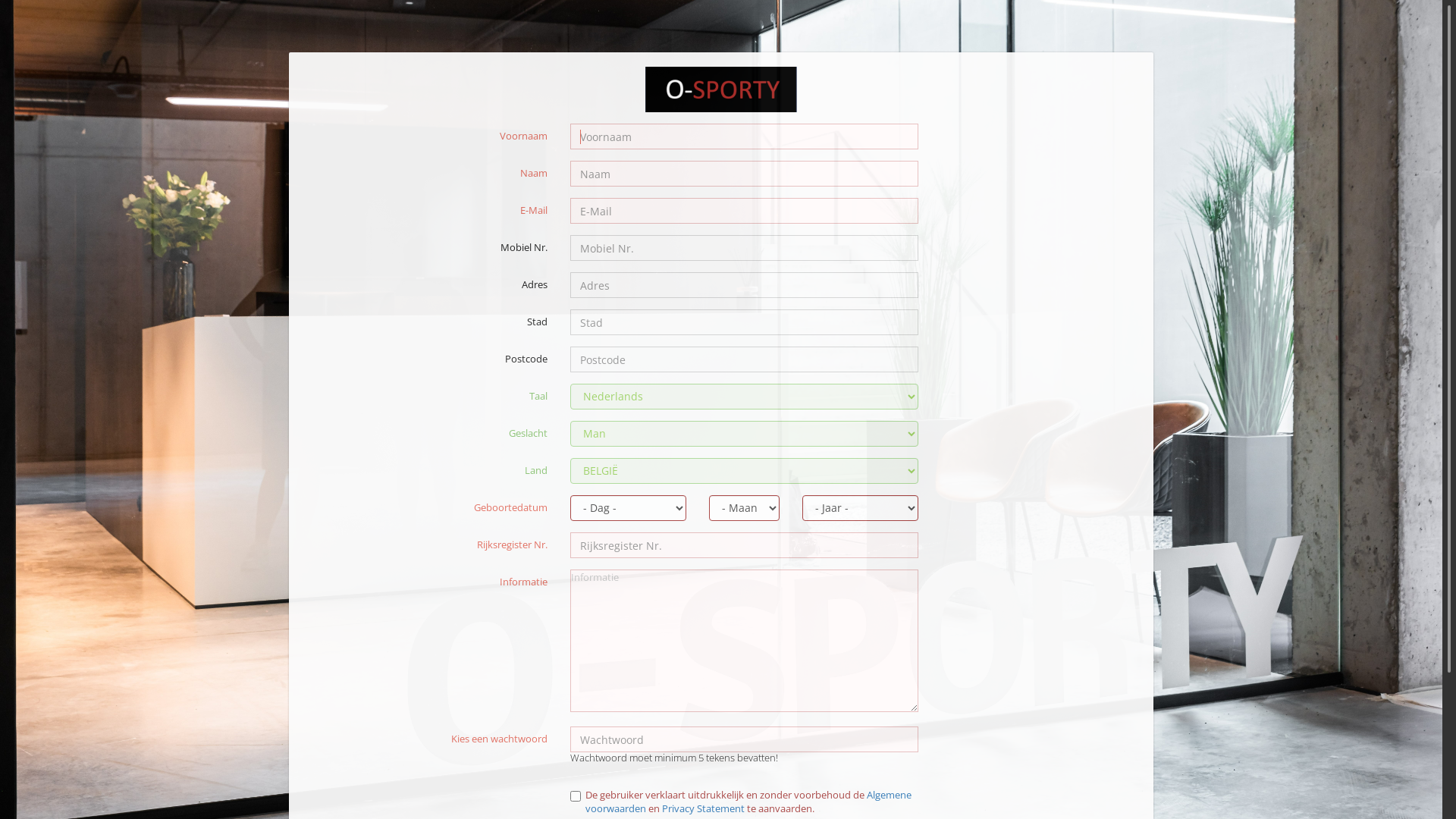 The width and height of the screenshot is (1456, 819). I want to click on 'Algemene voorwaarden', so click(748, 801).